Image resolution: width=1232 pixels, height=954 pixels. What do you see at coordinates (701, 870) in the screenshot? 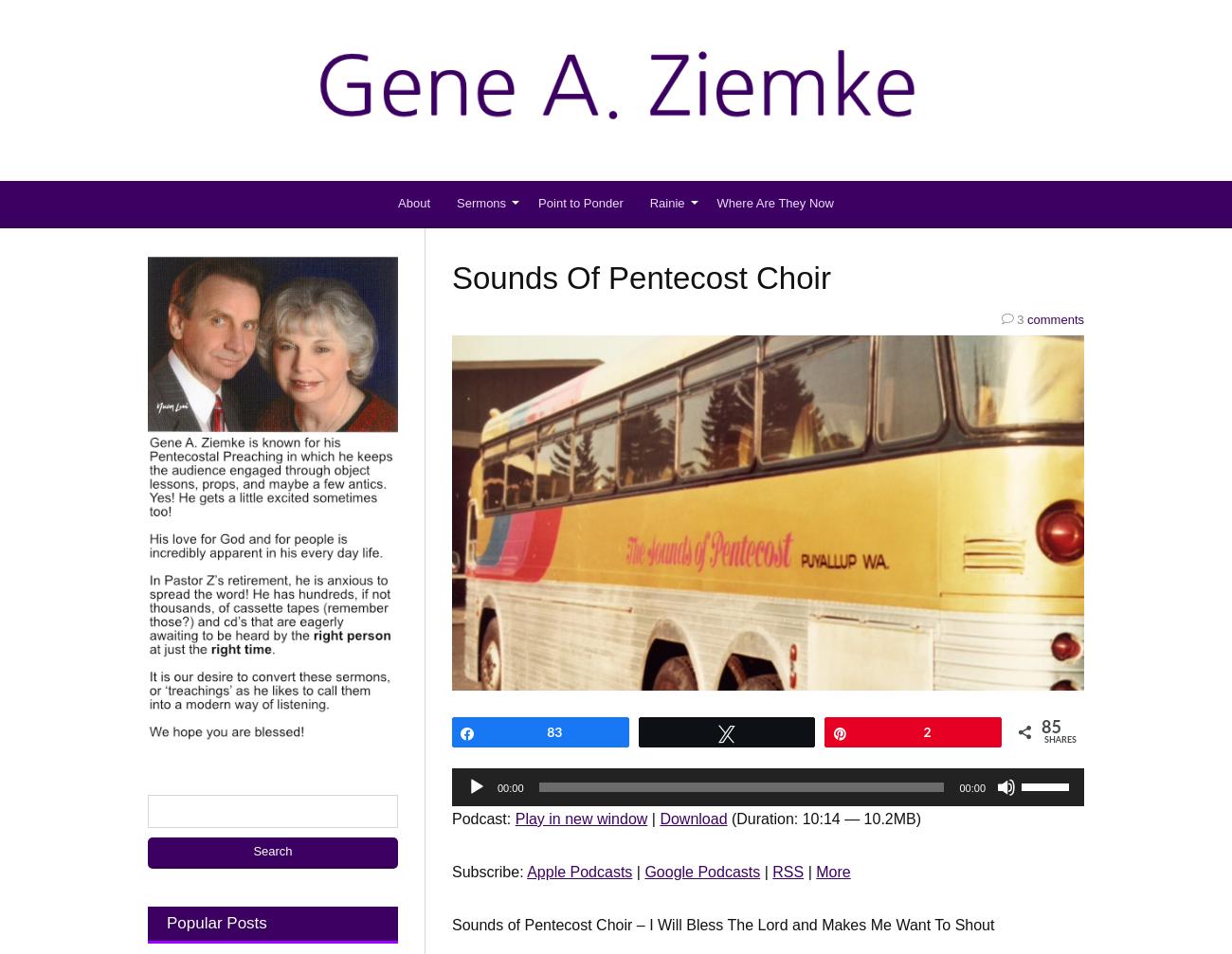
I see `'Google Podcasts'` at bounding box center [701, 870].